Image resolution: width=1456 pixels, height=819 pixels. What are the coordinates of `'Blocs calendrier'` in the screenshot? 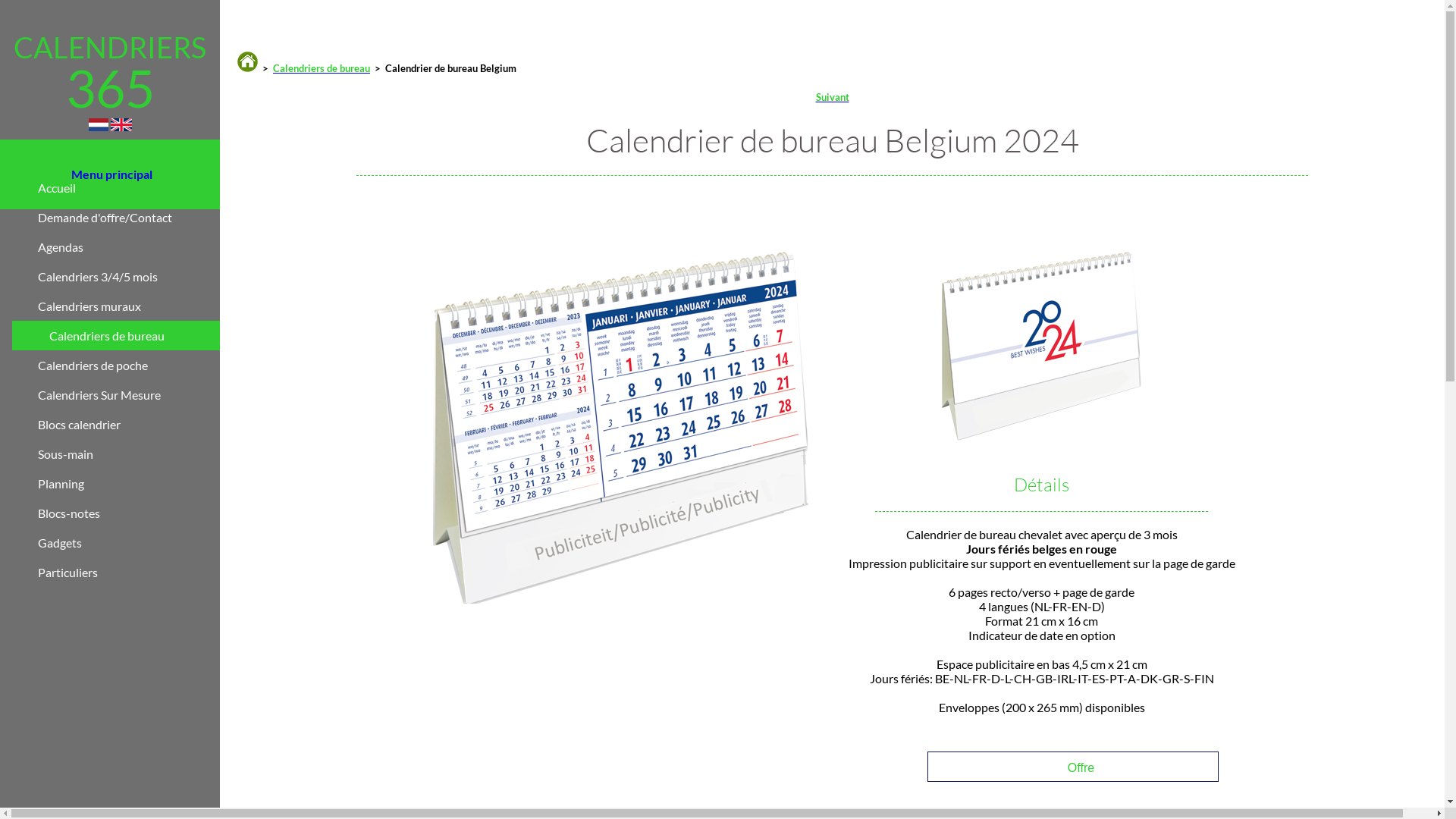 It's located at (128, 424).